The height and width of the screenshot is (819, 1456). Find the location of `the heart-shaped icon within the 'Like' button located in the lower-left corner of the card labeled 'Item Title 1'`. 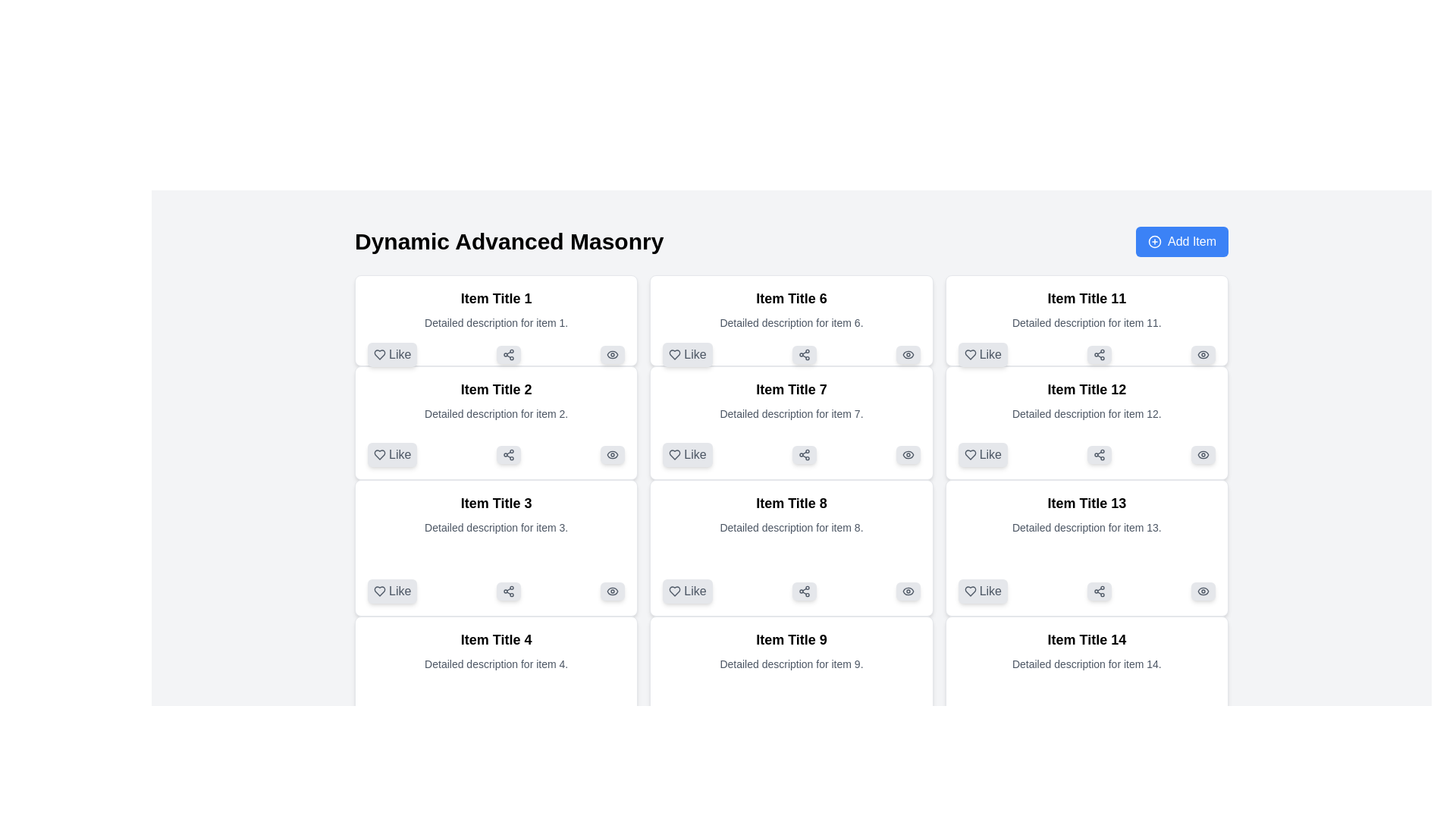

the heart-shaped icon within the 'Like' button located in the lower-left corner of the card labeled 'Item Title 1' is located at coordinates (379, 354).